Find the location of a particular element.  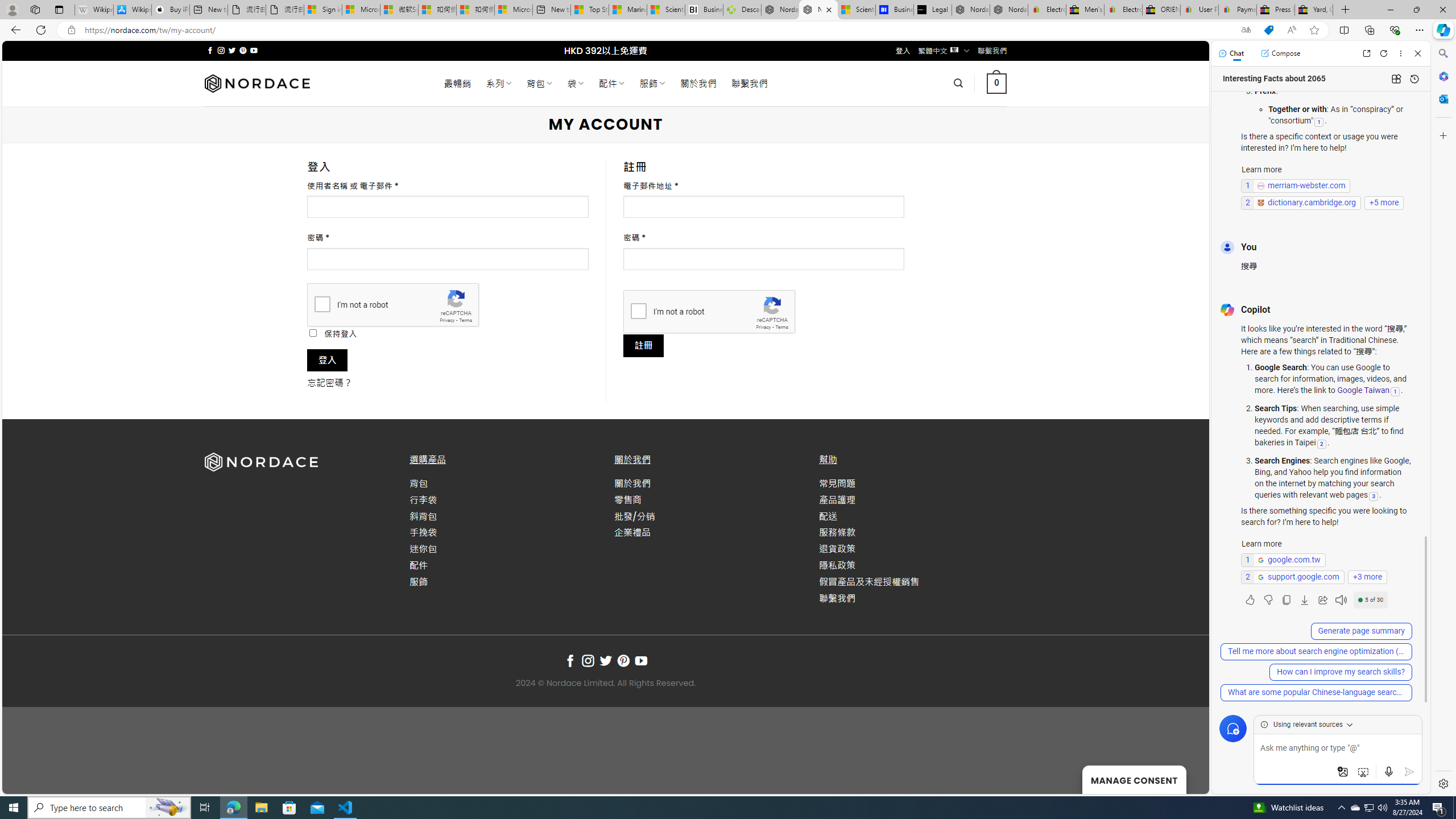

'Nordace - My Account' is located at coordinates (818, 9).